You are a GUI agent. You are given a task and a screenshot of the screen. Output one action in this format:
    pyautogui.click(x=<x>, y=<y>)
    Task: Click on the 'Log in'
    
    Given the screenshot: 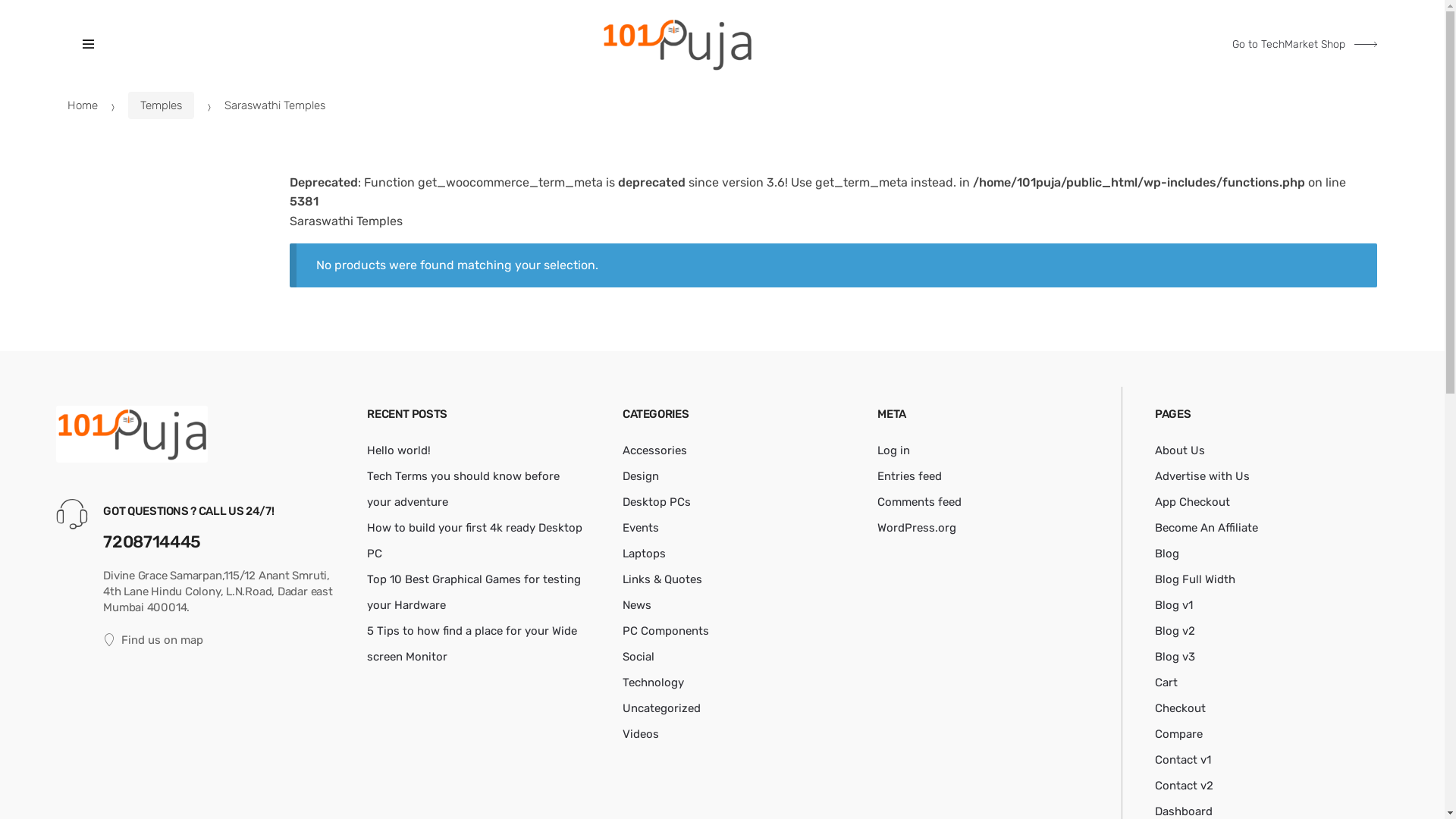 What is the action you would take?
    pyautogui.click(x=893, y=450)
    